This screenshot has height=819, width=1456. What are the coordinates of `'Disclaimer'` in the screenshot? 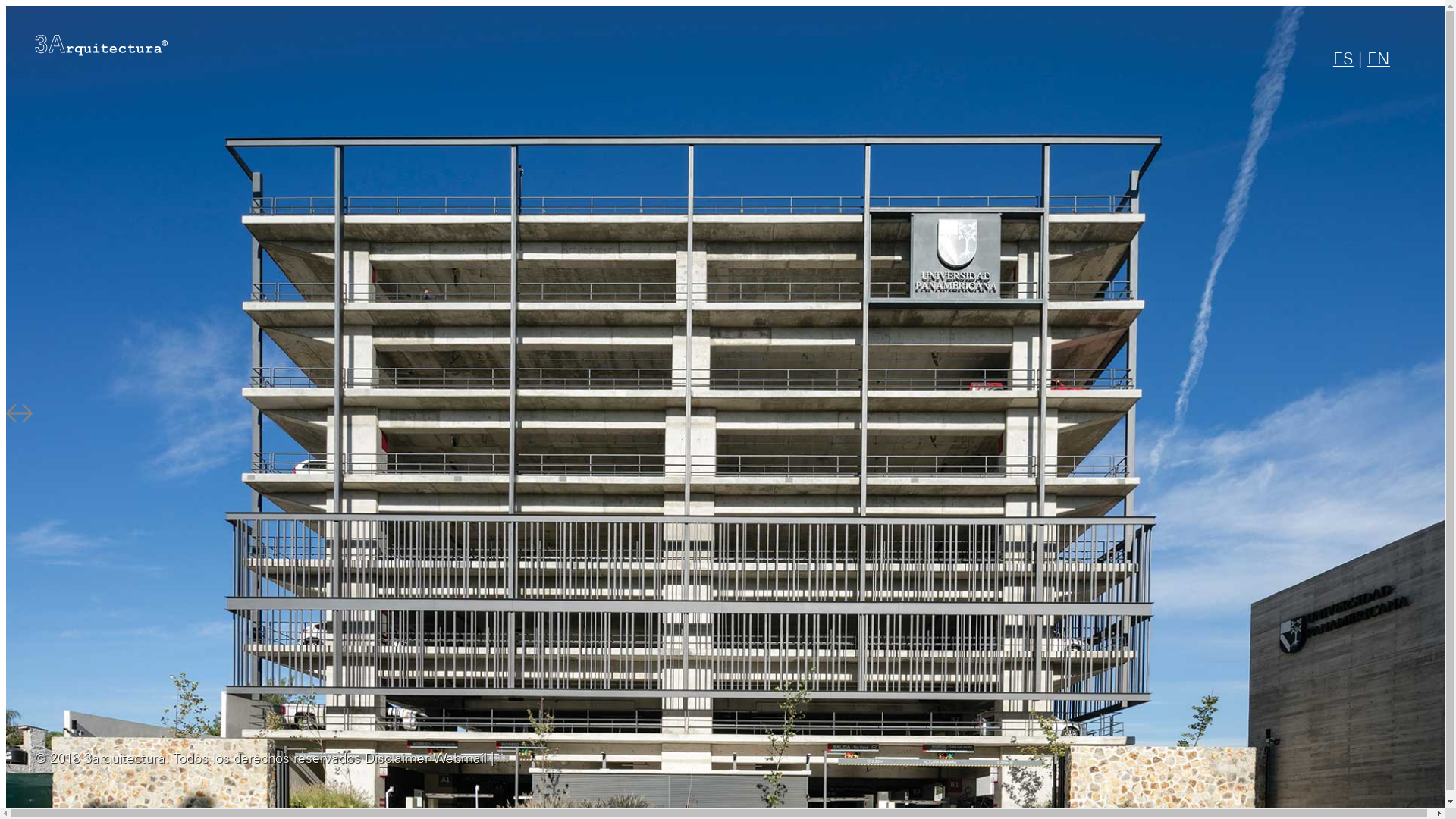 It's located at (397, 759).